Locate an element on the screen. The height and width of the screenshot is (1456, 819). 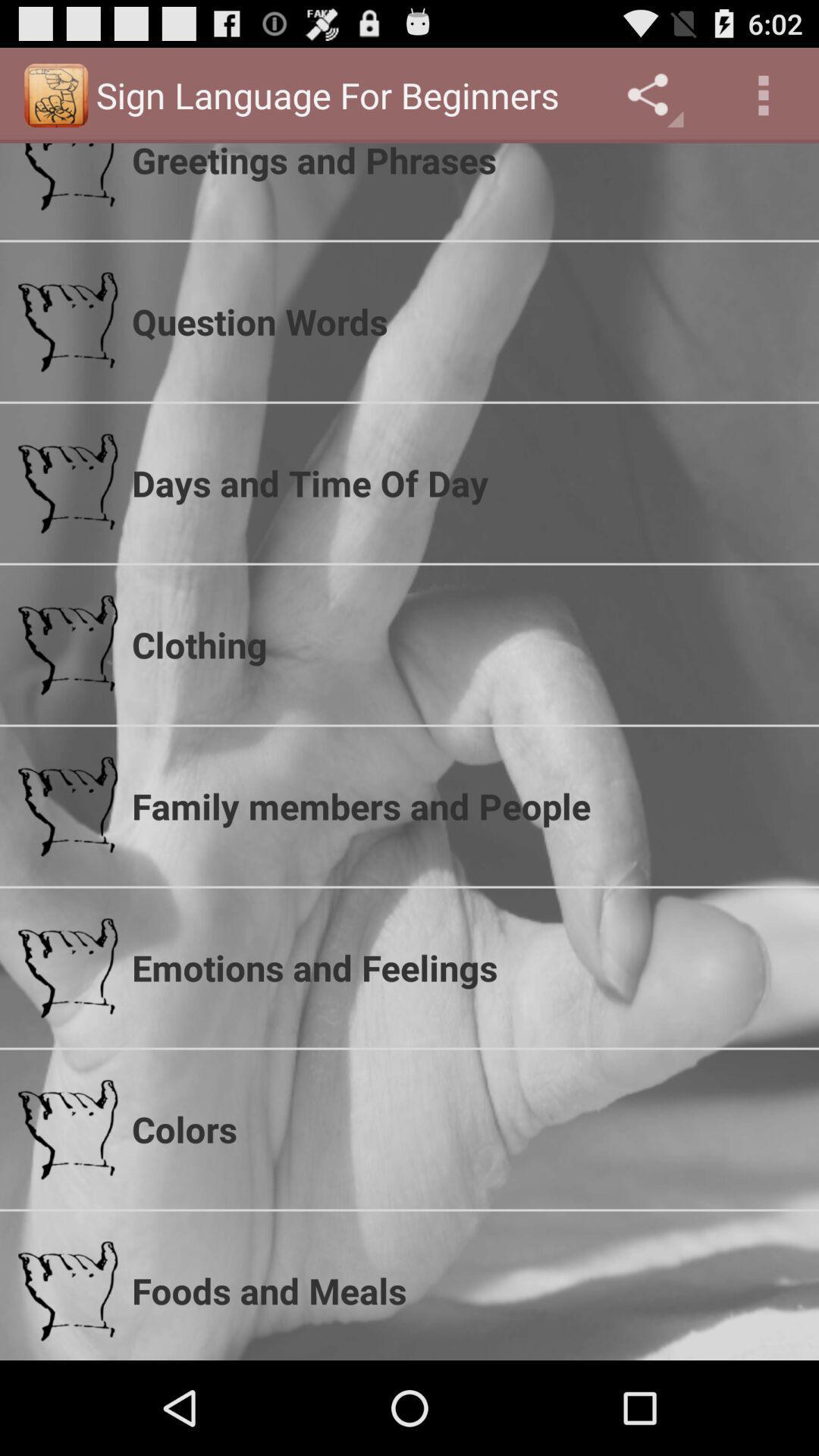
the days and time app is located at coordinates (465, 482).